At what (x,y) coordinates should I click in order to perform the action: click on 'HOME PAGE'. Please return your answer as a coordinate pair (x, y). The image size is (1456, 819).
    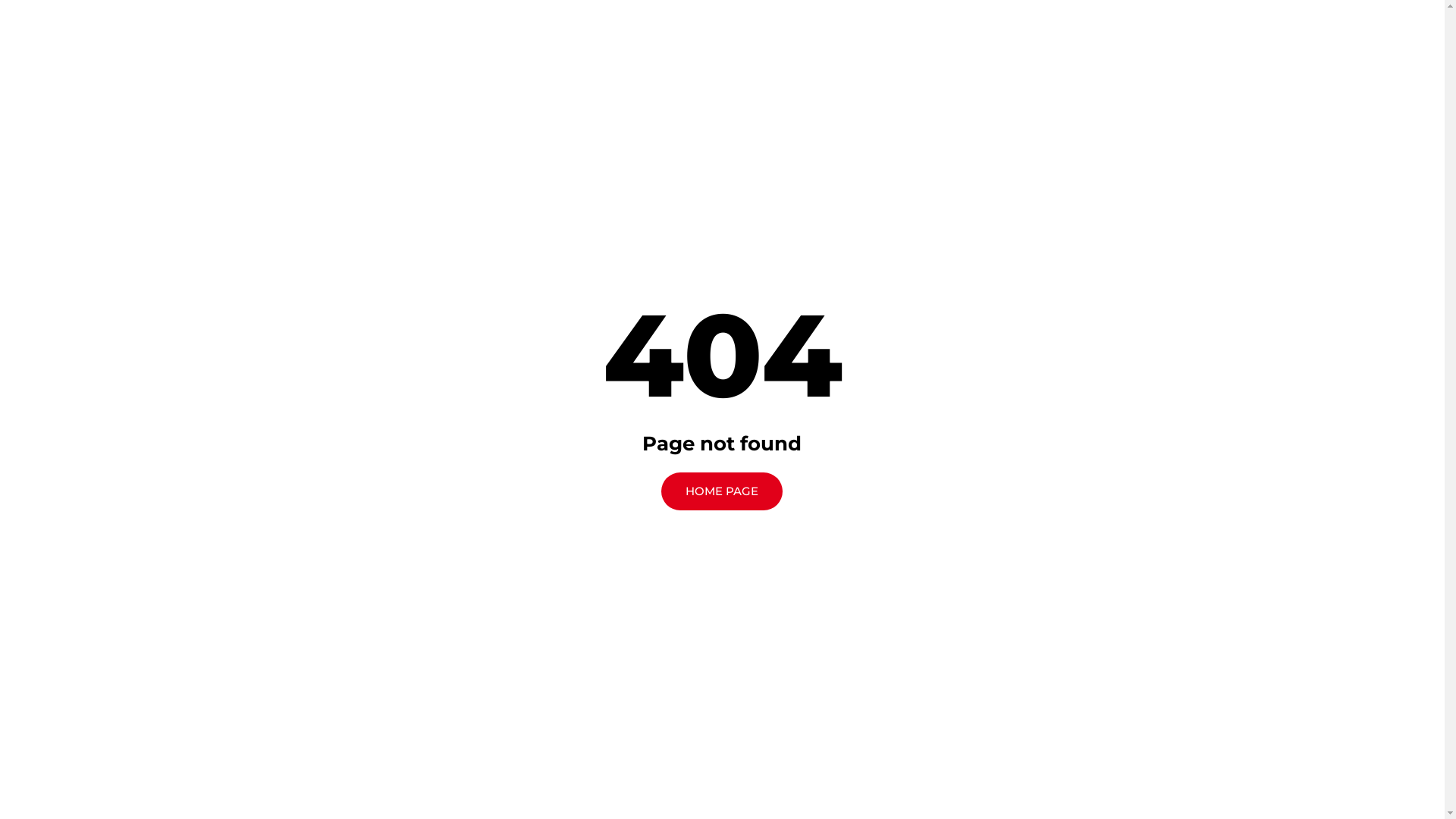
    Looking at the image, I should click on (720, 491).